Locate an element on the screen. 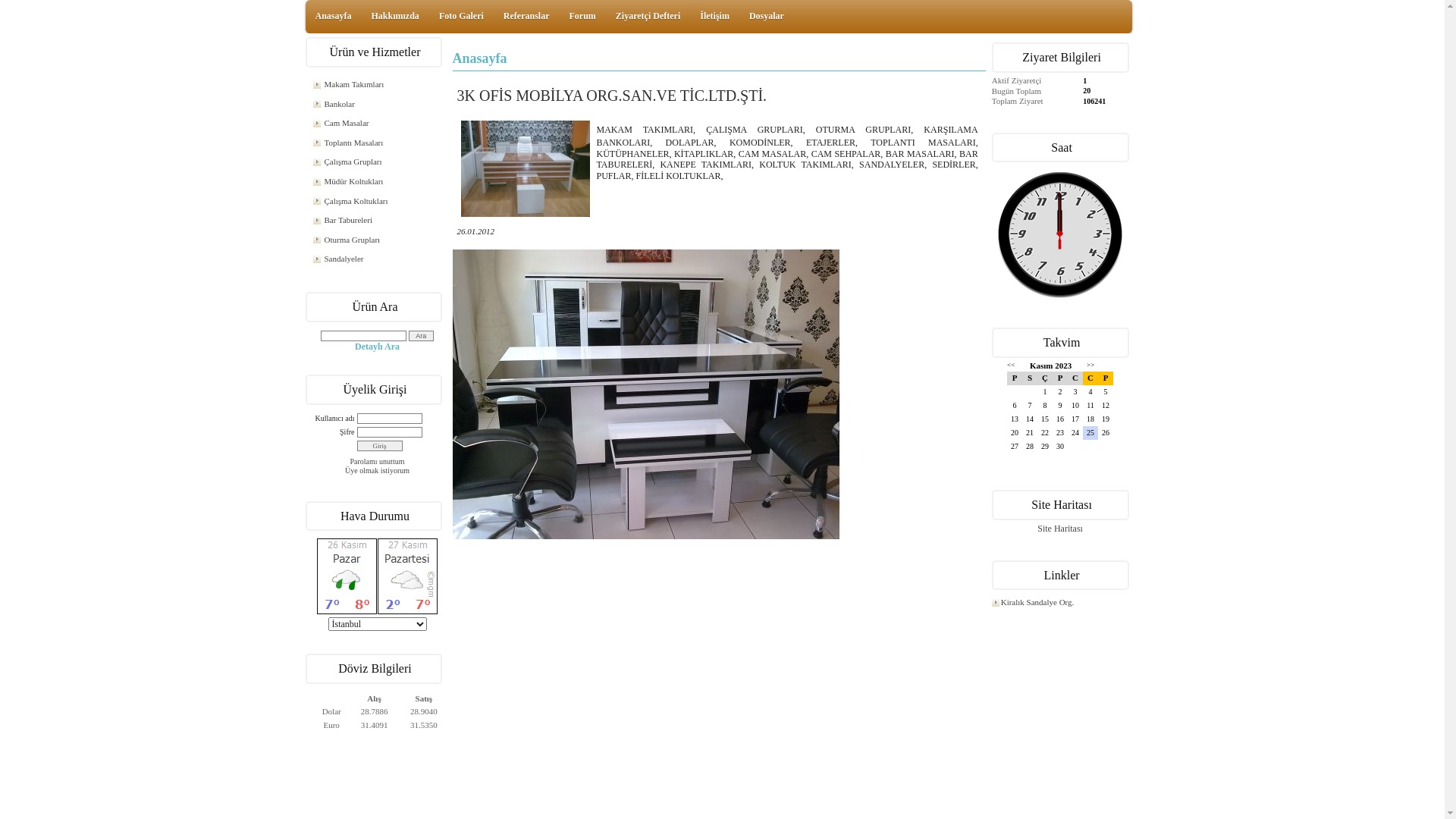 Image resolution: width=1456 pixels, height=819 pixels. '16' is located at coordinates (1059, 419).